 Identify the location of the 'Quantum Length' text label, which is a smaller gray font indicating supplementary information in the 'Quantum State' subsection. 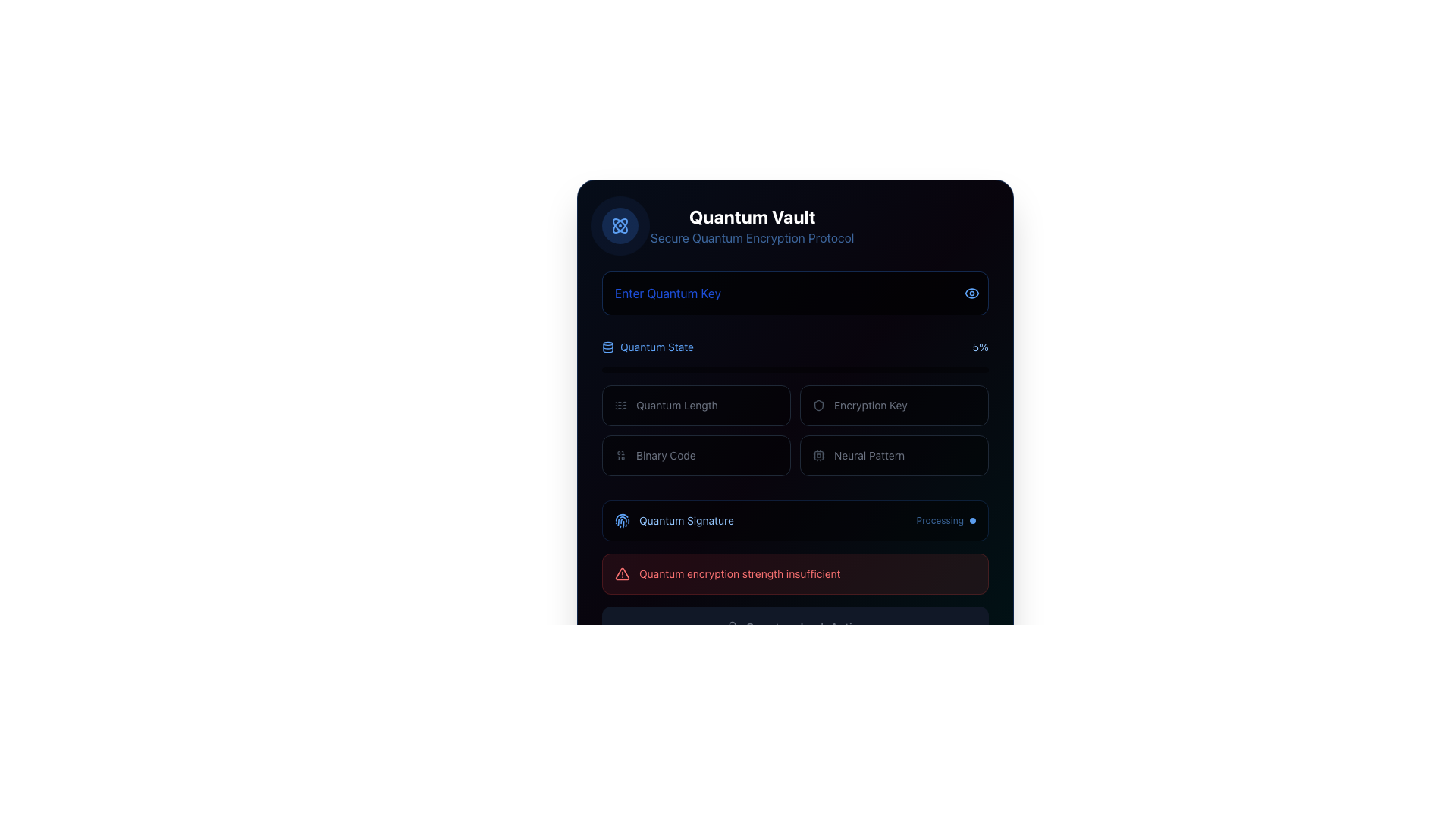
(676, 405).